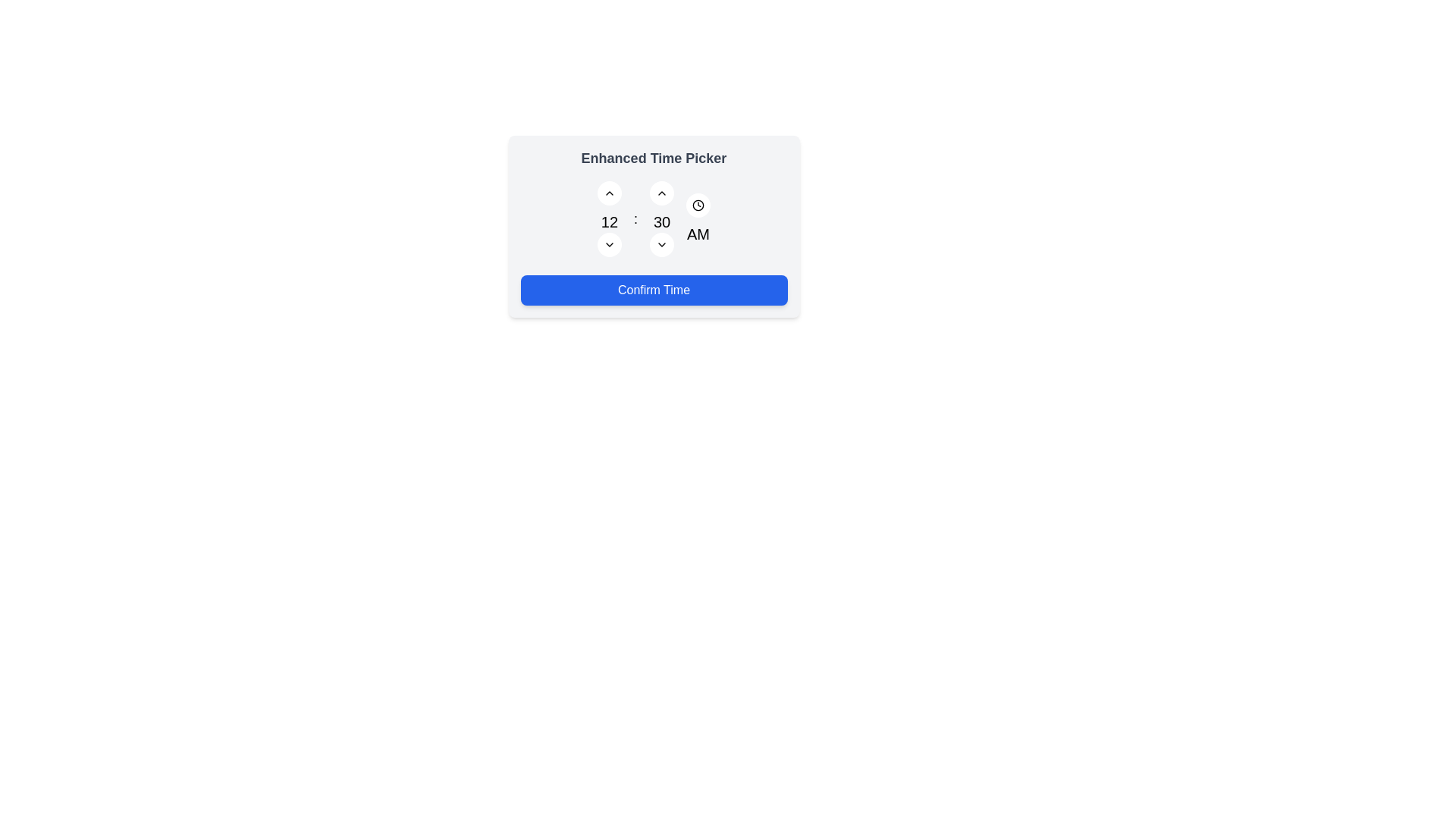  What do you see at coordinates (698, 219) in the screenshot?
I see `the text label displaying 'AM' located below the circular clock icon in the time selection component` at bounding box center [698, 219].